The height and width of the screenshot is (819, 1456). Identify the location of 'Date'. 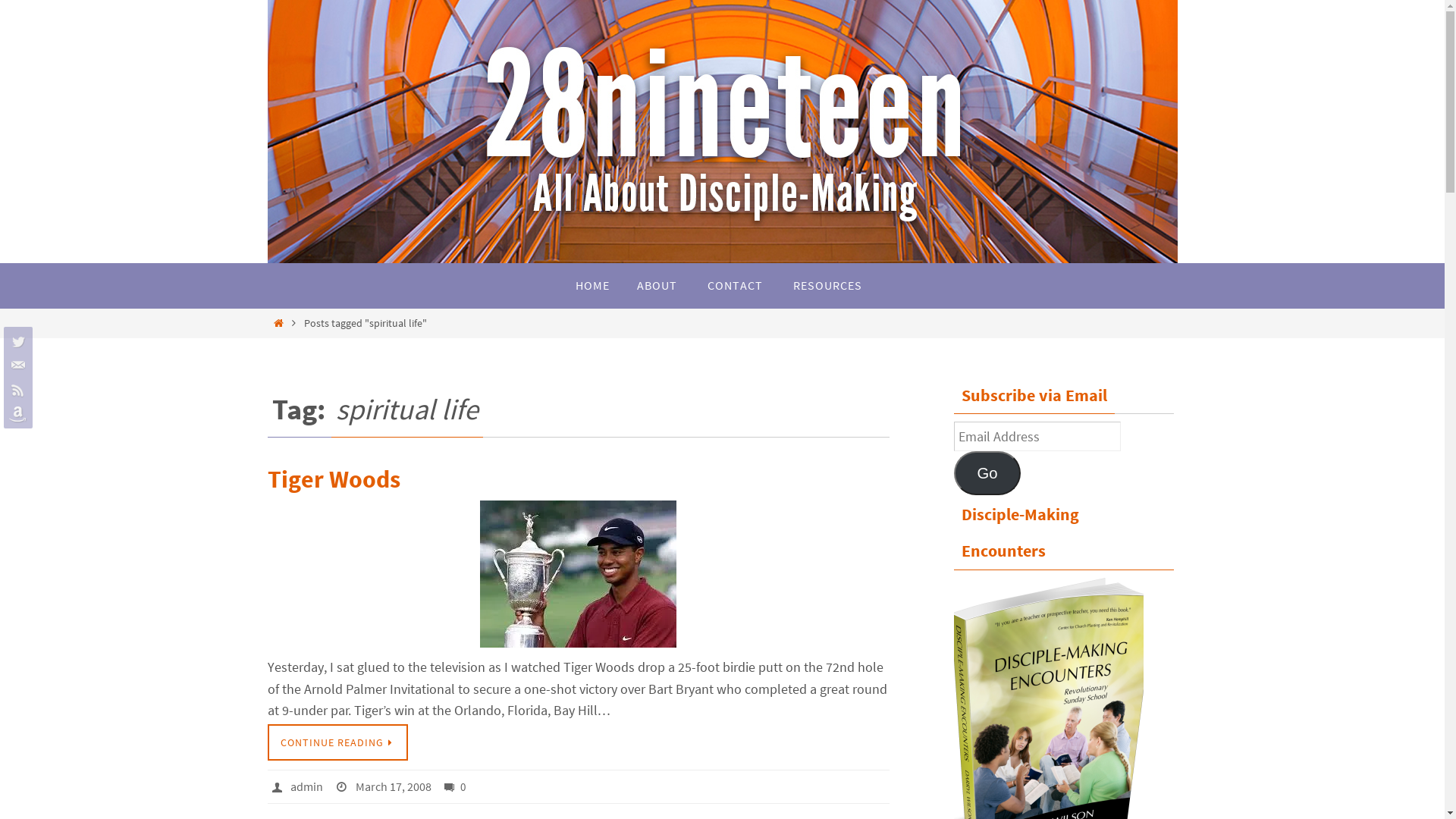
(343, 786).